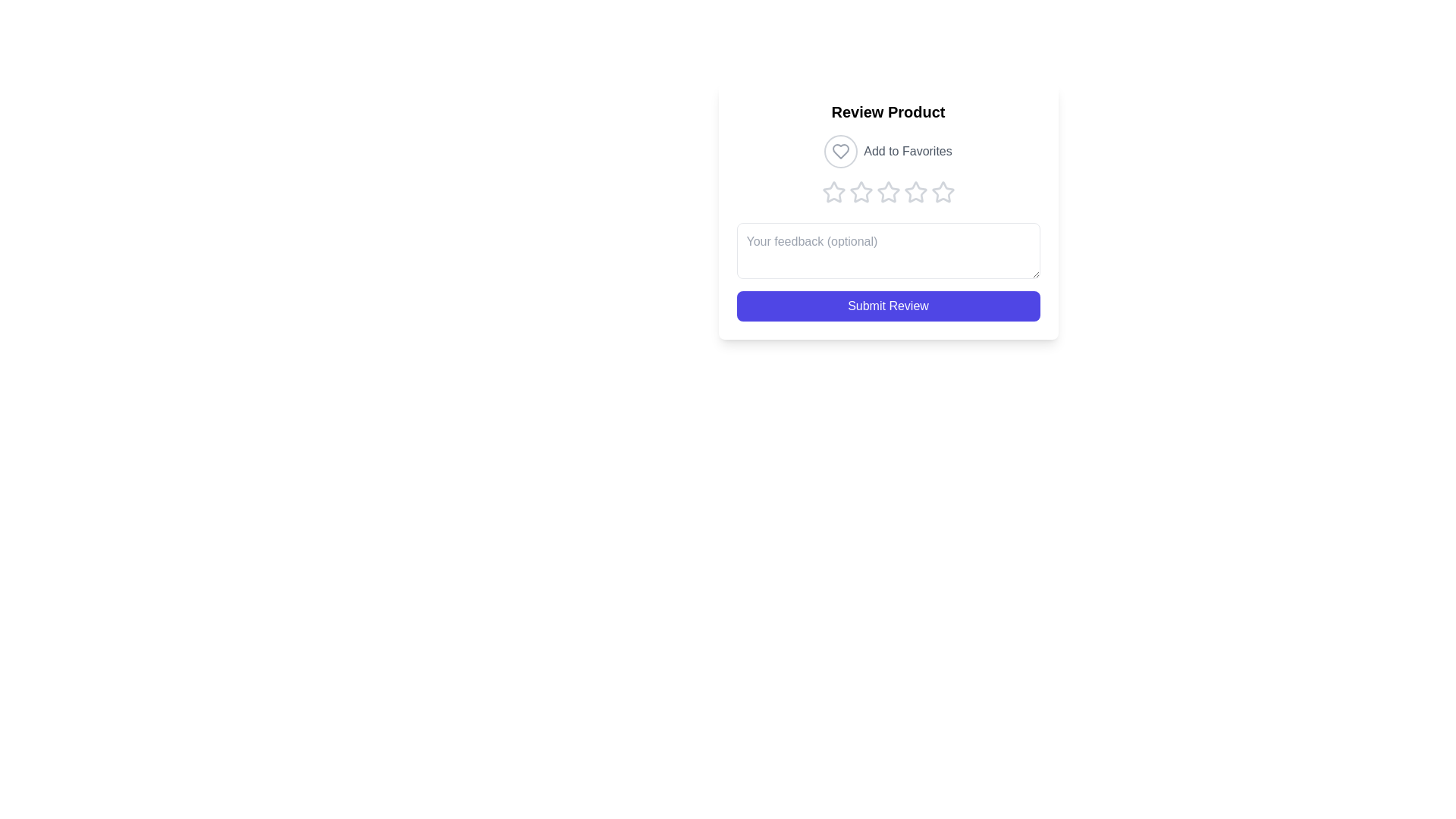 The height and width of the screenshot is (819, 1456). What do you see at coordinates (833, 192) in the screenshot?
I see `the first clickable star icon in the five-star rating group, located below the 'Add to Favorites' section in the 'Review Product' card` at bounding box center [833, 192].